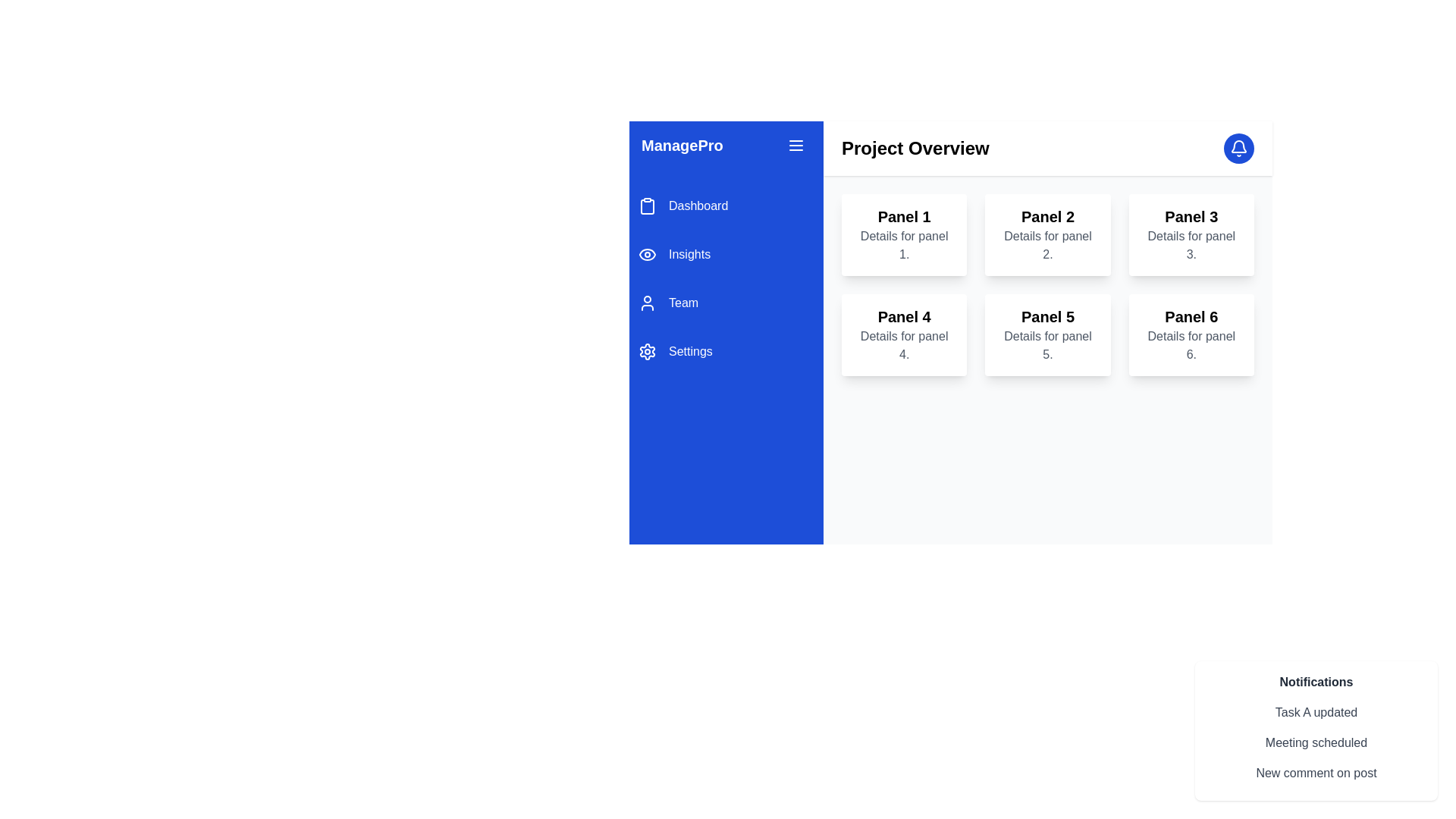 The height and width of the screenshot is (819, 1456). I want to click on the 'Panel 4' text label, which is bold and large, located within the fourth card of the Project Overview section, so click(904, 315).